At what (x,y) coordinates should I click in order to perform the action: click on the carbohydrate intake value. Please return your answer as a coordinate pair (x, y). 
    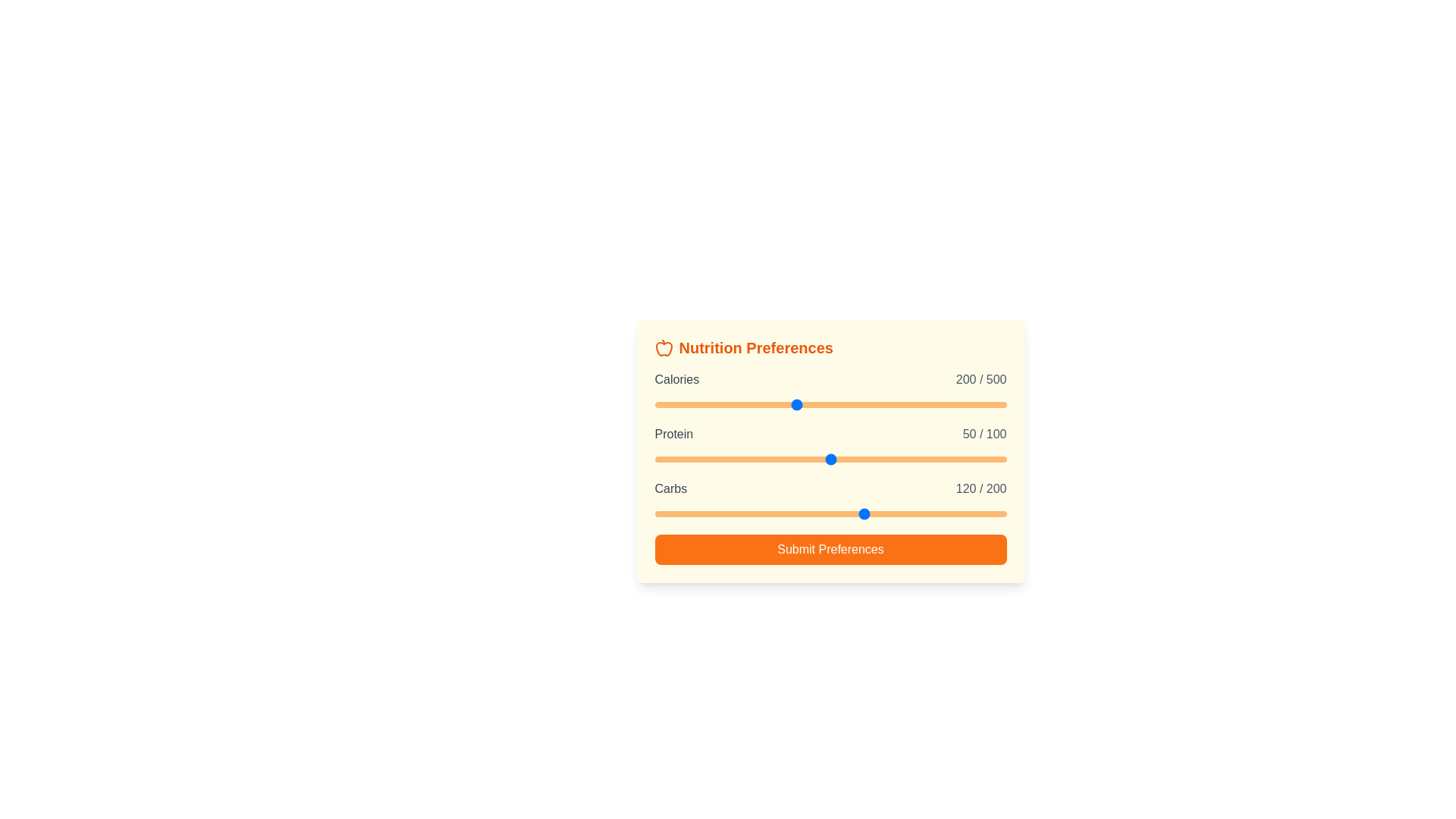
    Looking at the image, I should click on (665, 513).